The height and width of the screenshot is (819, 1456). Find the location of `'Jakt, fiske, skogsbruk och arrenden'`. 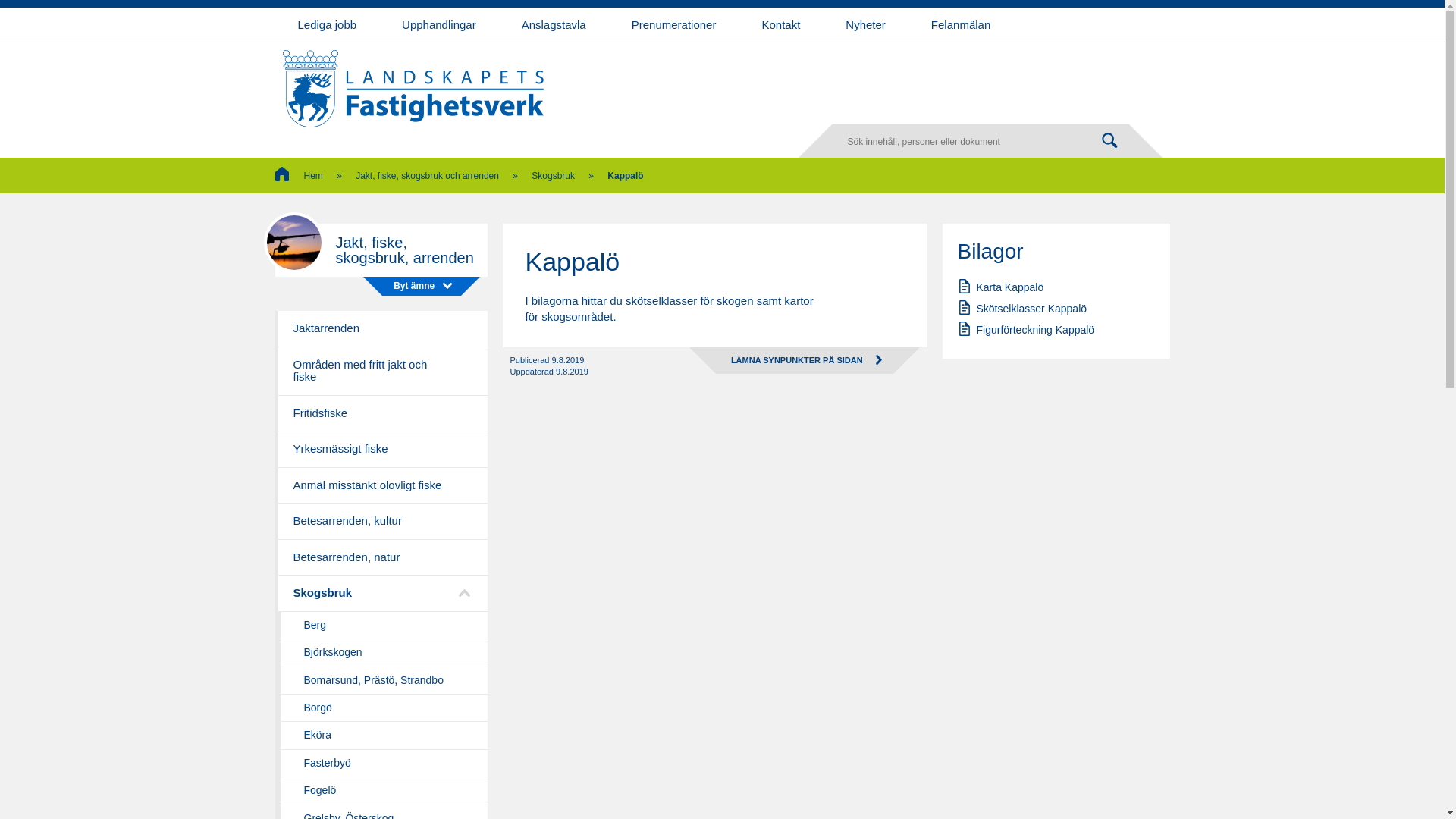

'Jakt, fiske, skogsbruk och arrenden' is located at coordinates (355, 174).